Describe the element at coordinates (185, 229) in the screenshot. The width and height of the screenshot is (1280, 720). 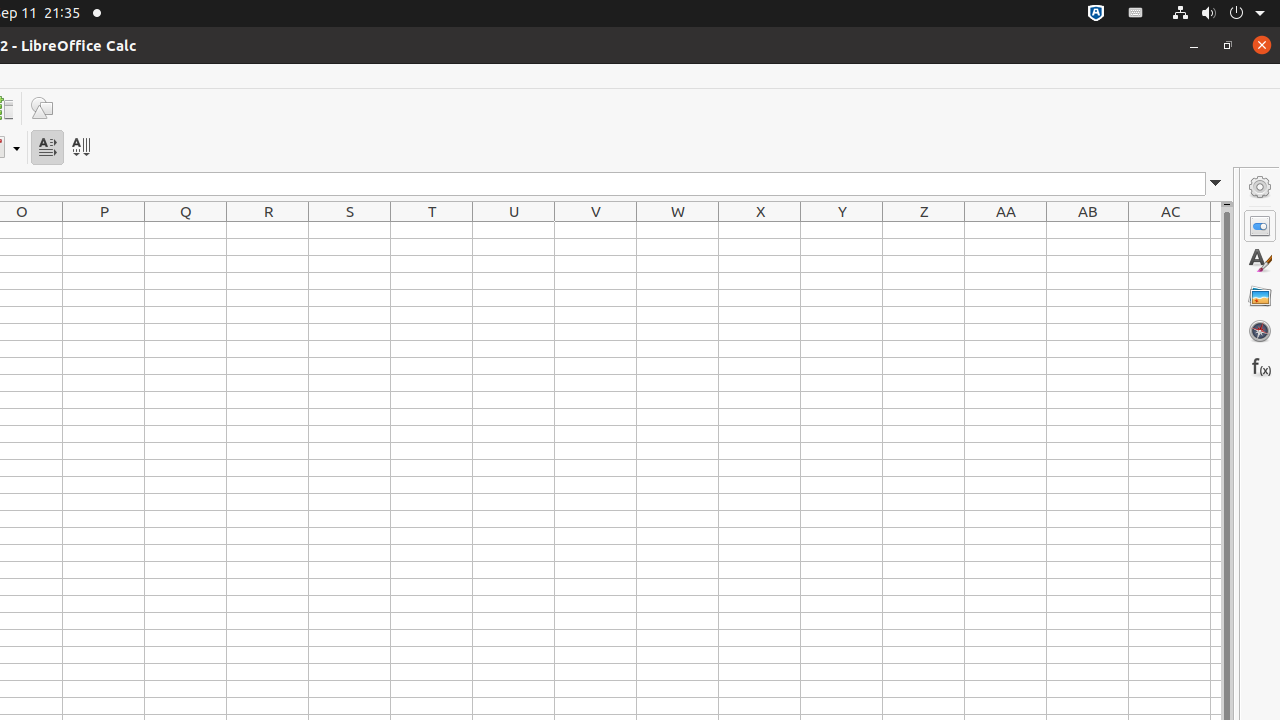
I see `'Q1'` at that location.